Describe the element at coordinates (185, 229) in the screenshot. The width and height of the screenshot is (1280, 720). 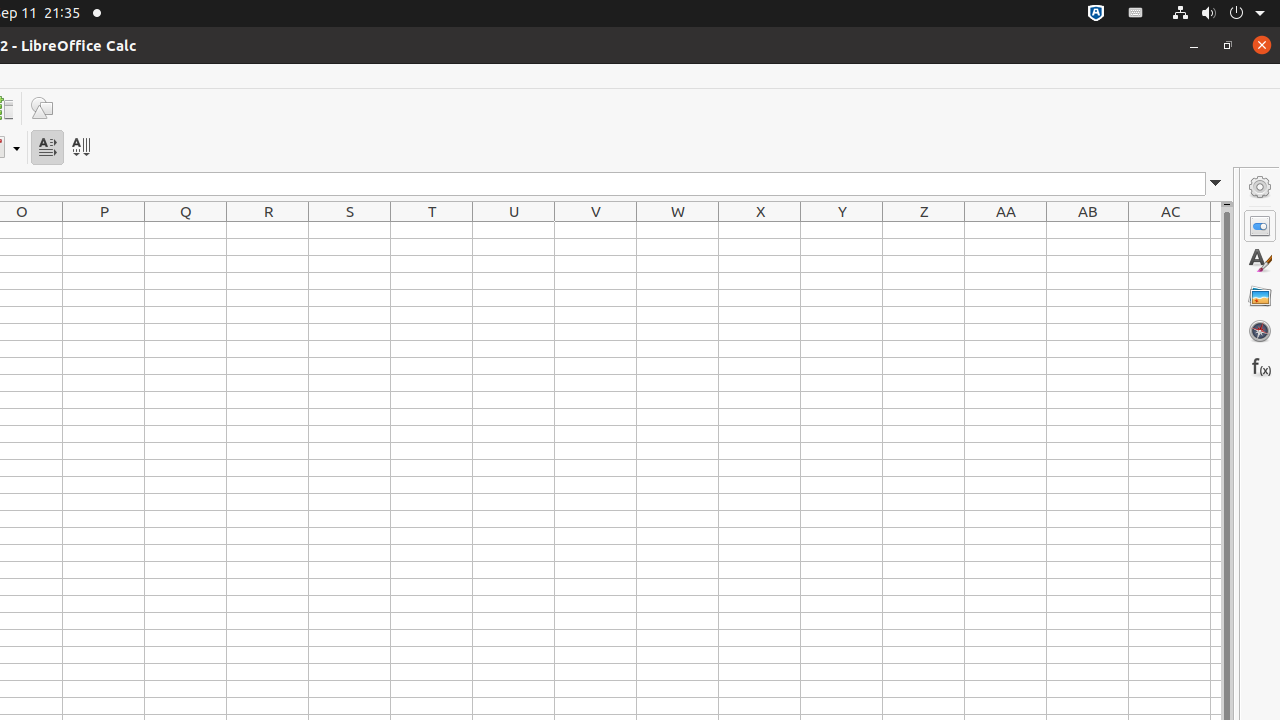
I see `'Q1'` at that location.